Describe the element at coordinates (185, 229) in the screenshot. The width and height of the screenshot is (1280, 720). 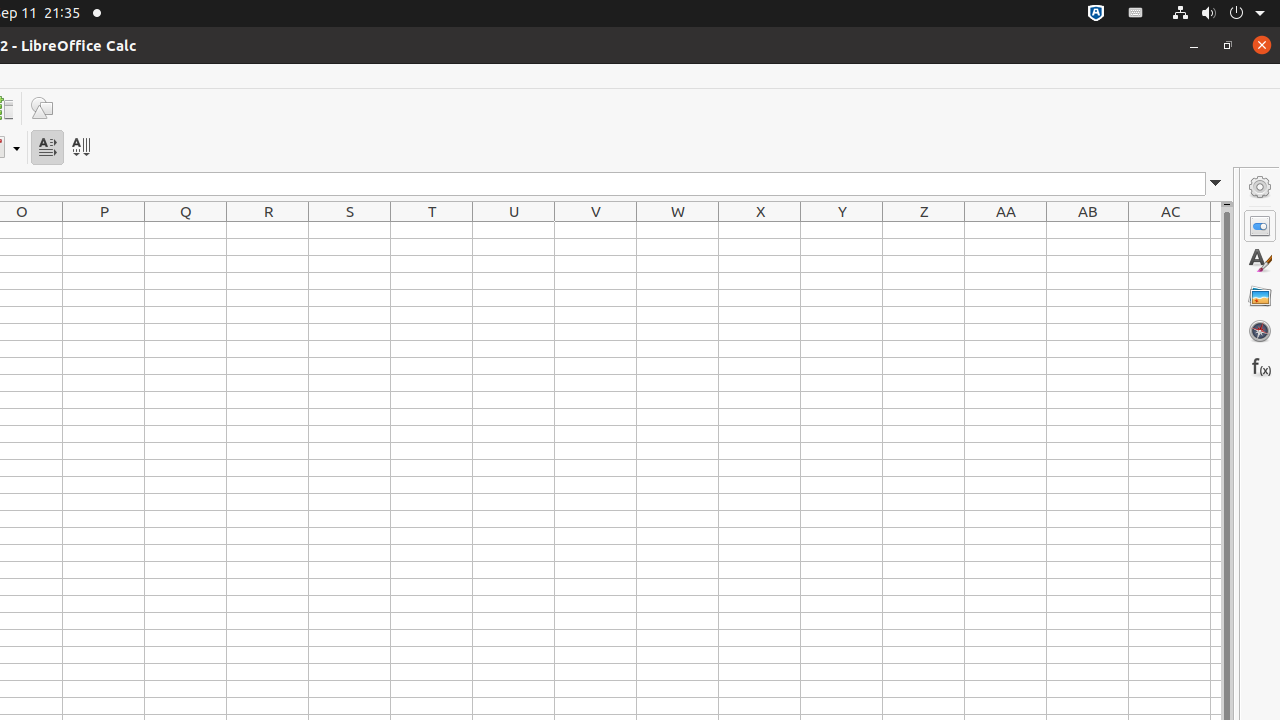
I see `'Q1'` at that location.